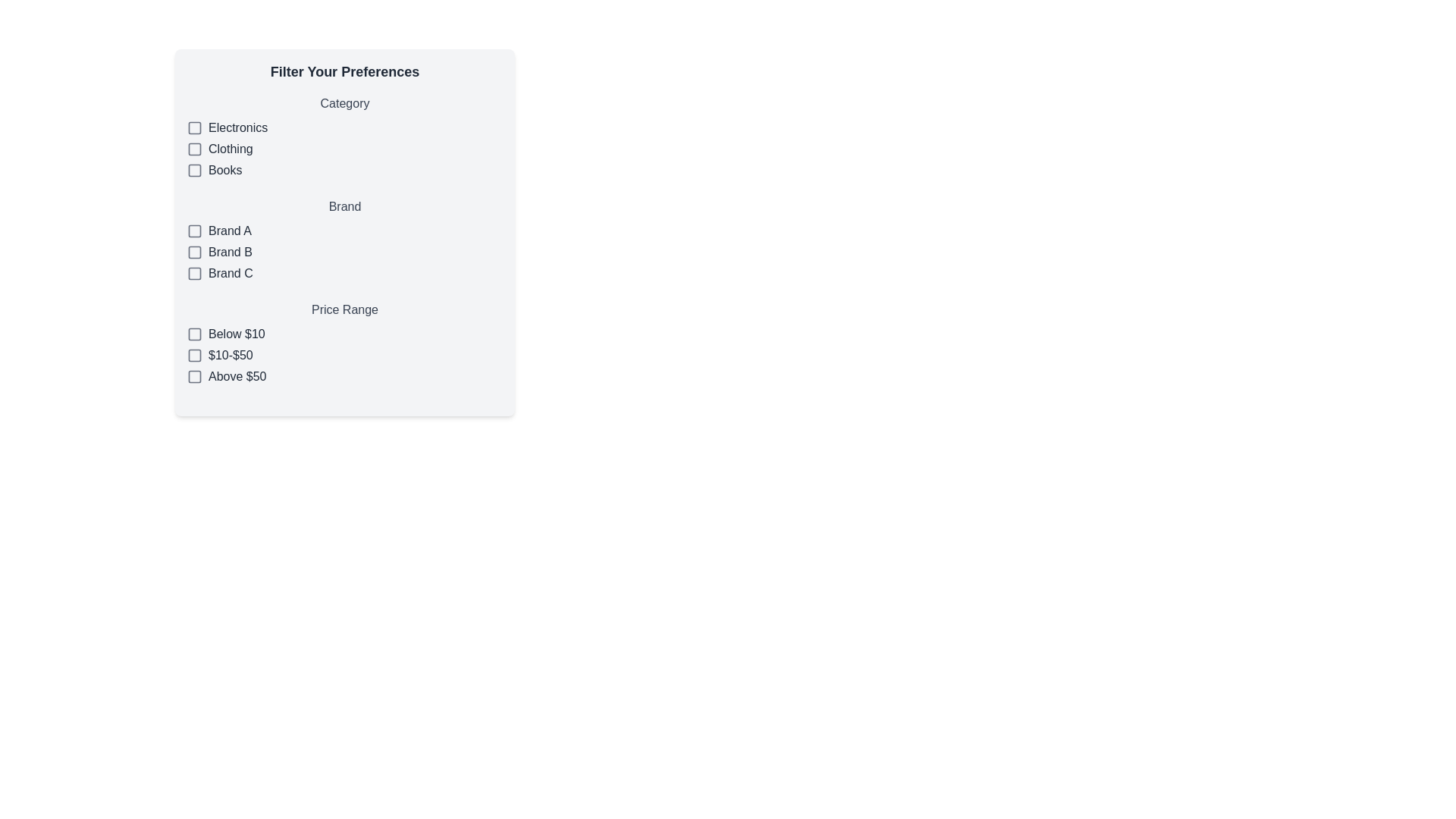 Image resolution: width=1456 pixels, height=819 pixels. Describe the element at coordinates (224, 170) in the screenshot. I see `text of the label displaying 'Books' in the filtering preferences panel, which is the third item in the Category section` at that location.